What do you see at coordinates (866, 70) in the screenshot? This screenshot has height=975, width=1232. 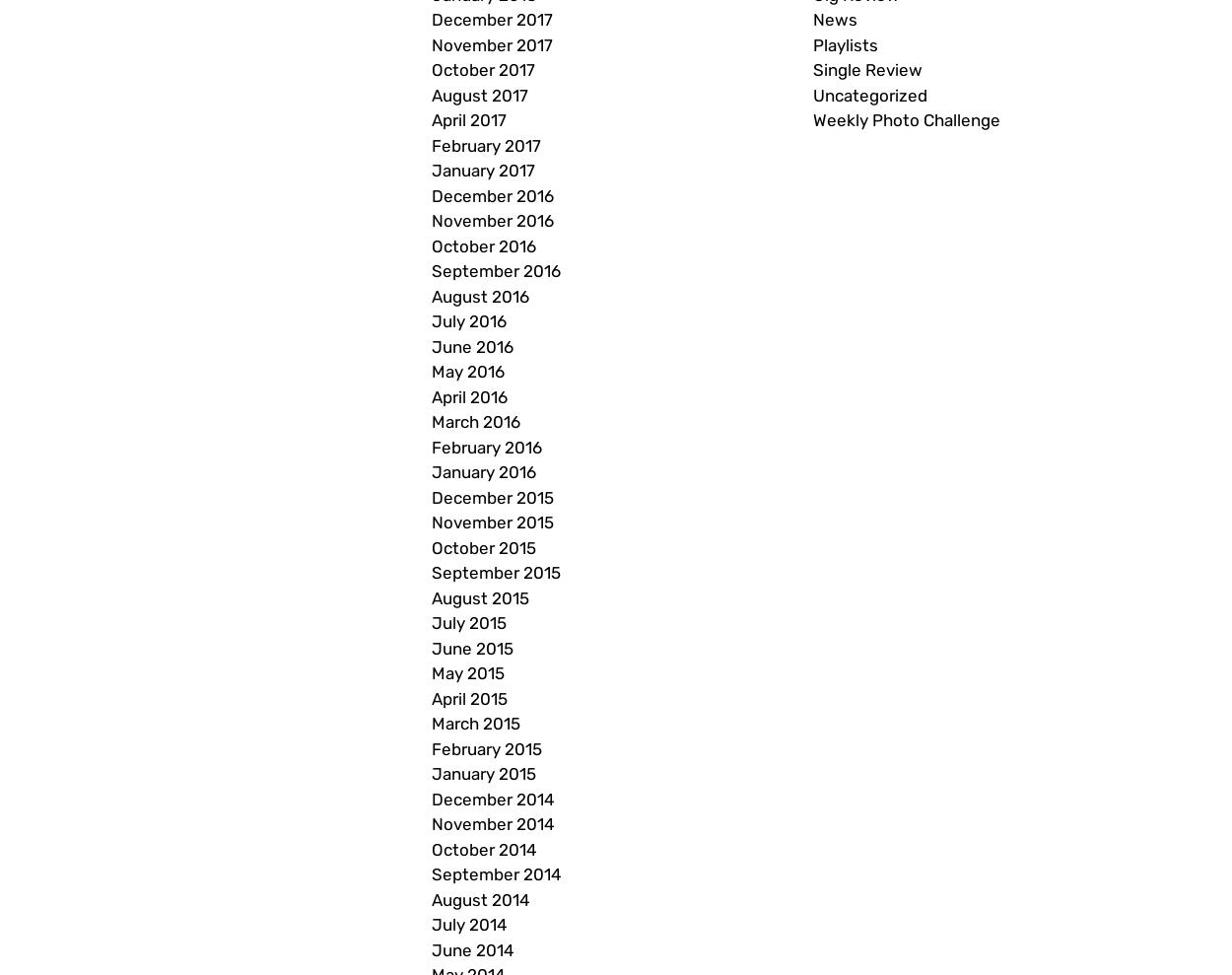 I see `'Single Review'` at bounding box center [866, 70].